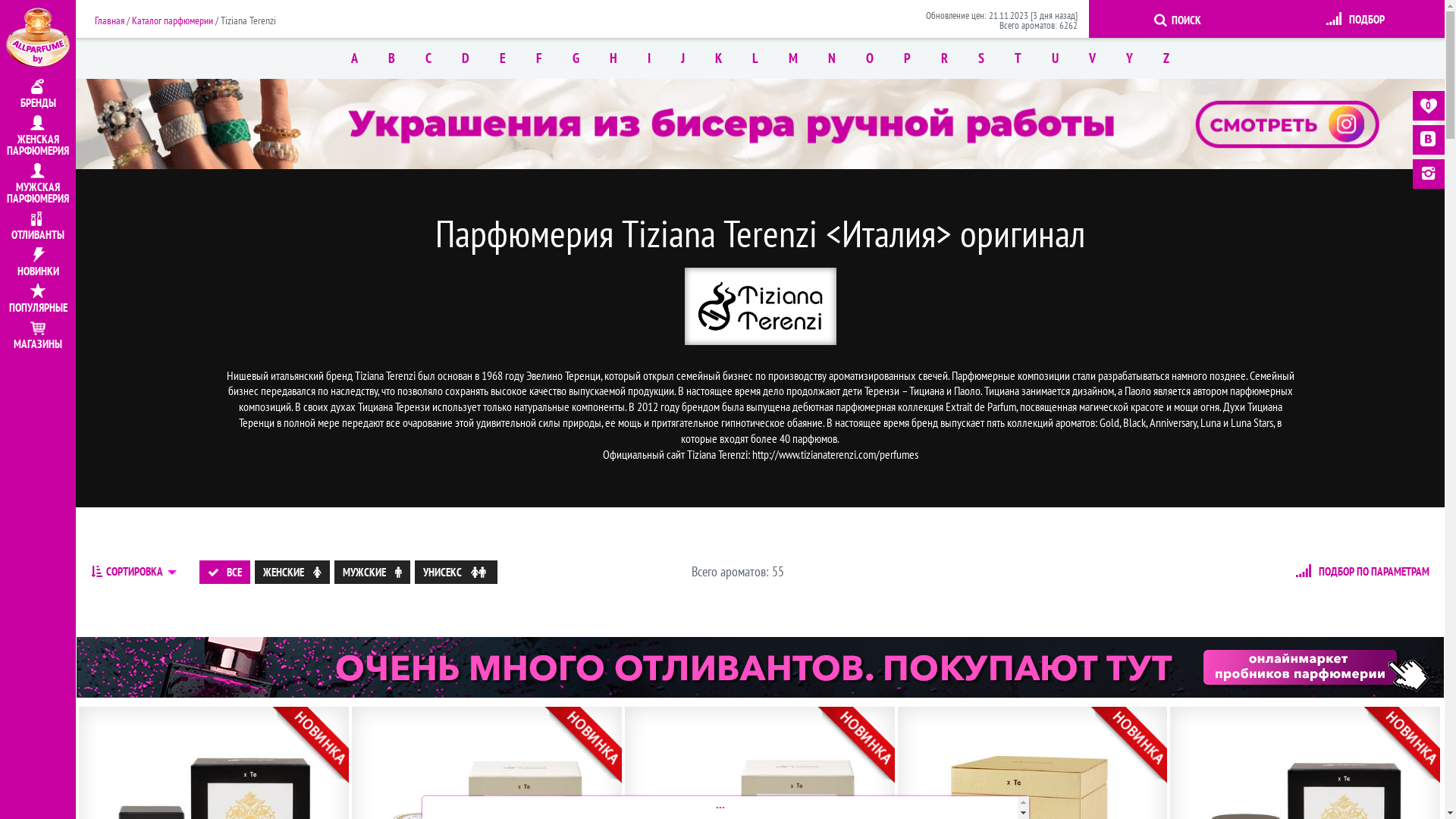 The height and width of the screenshot is (819, 1456). I want to click on 'H', so click(613, 58).